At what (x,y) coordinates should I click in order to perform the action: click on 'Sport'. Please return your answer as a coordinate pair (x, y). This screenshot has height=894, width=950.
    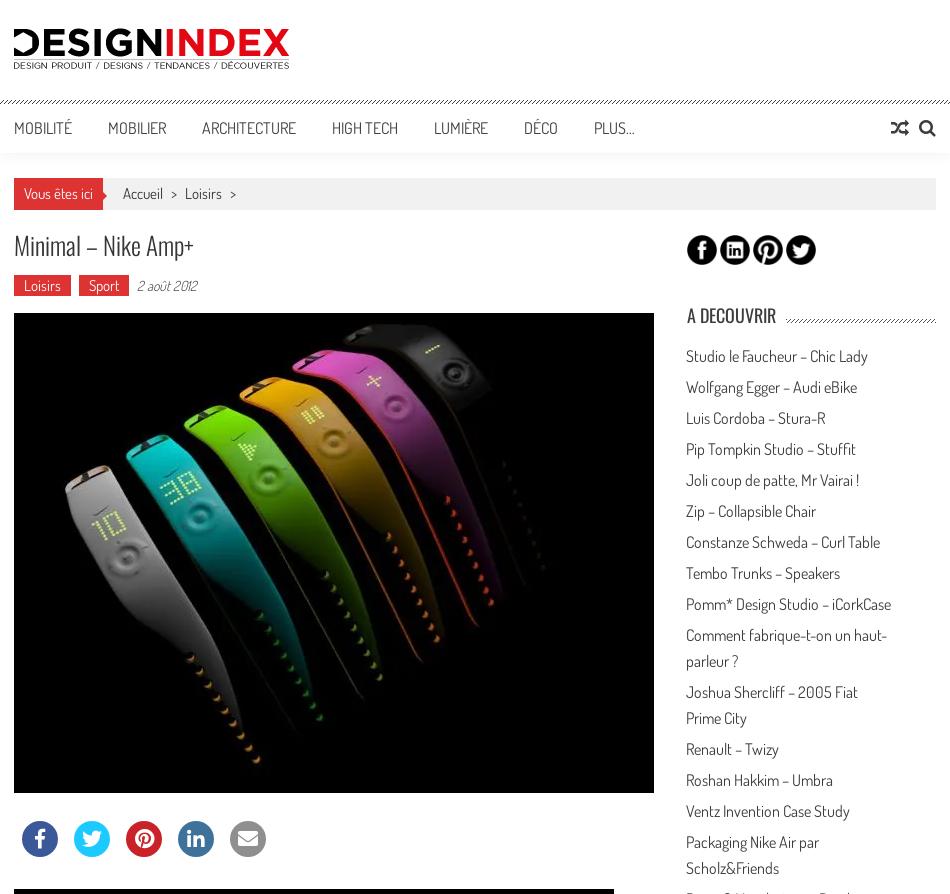
    Looking at the image, I should click on (104, 284).